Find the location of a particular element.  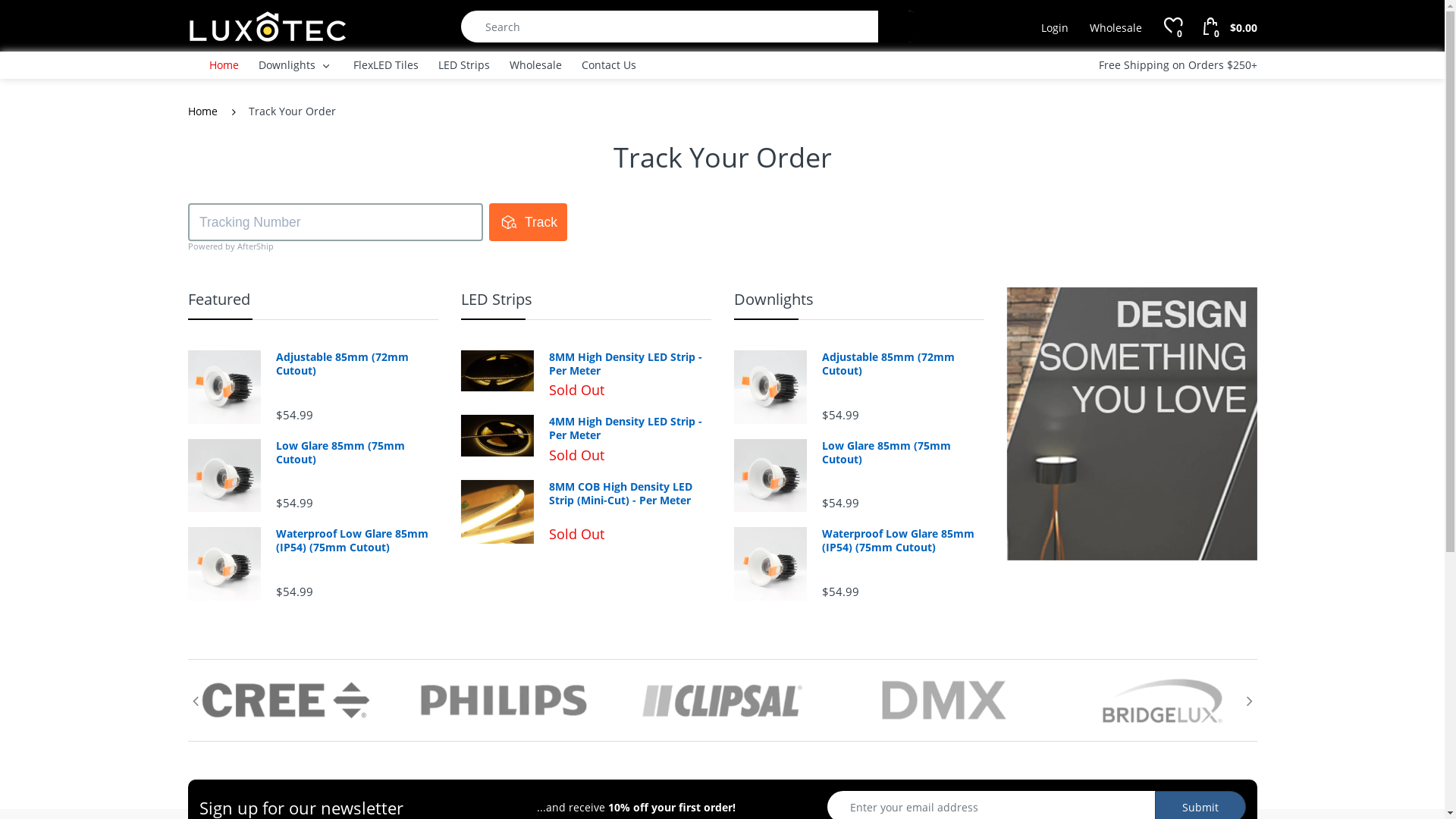

'Home' is located at coordinates (202, 110).